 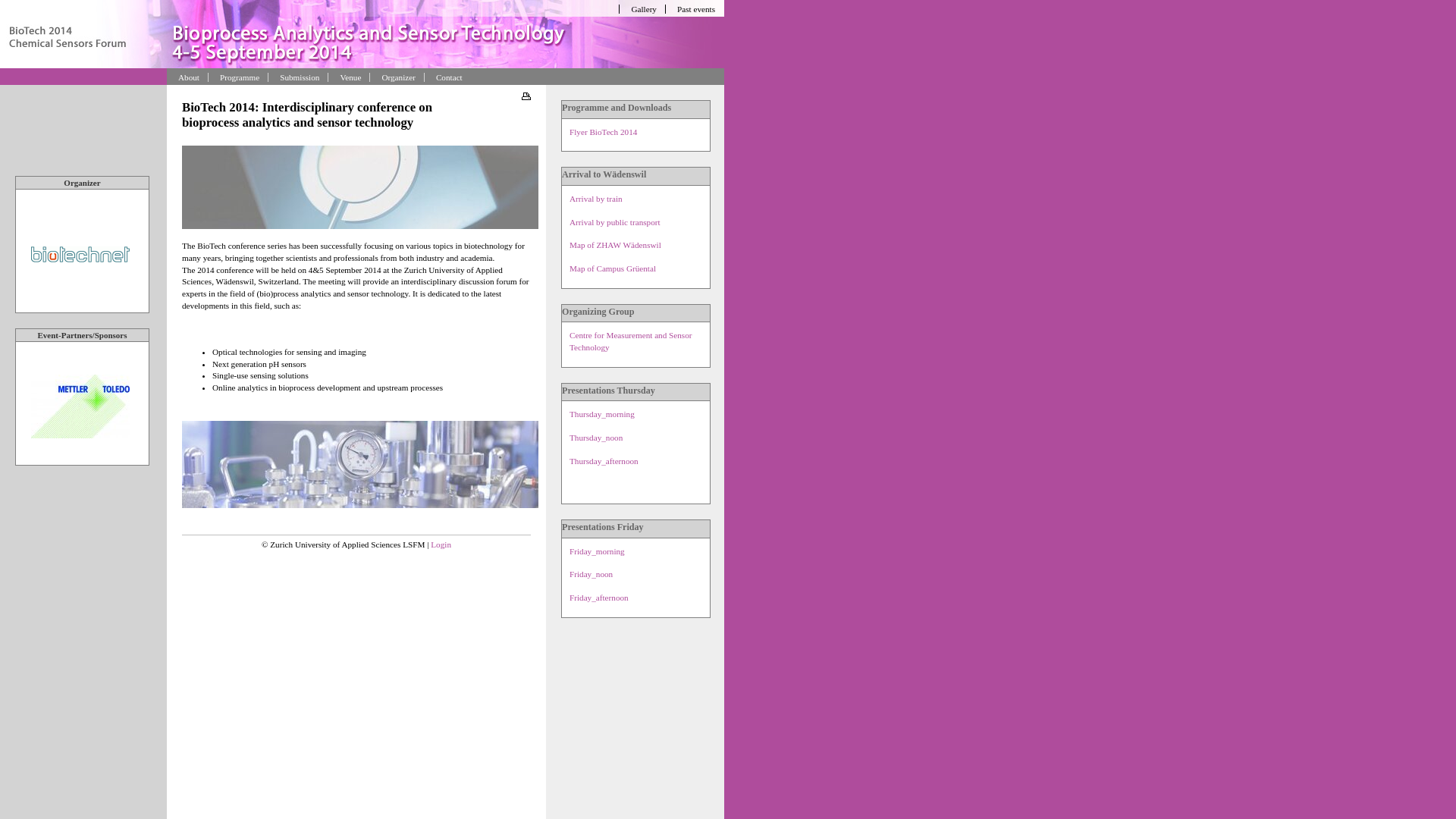 What do you see at coordinates (619, 8) in the screenshot?
I see `'Gallery'` at bounding box center [619, 8].